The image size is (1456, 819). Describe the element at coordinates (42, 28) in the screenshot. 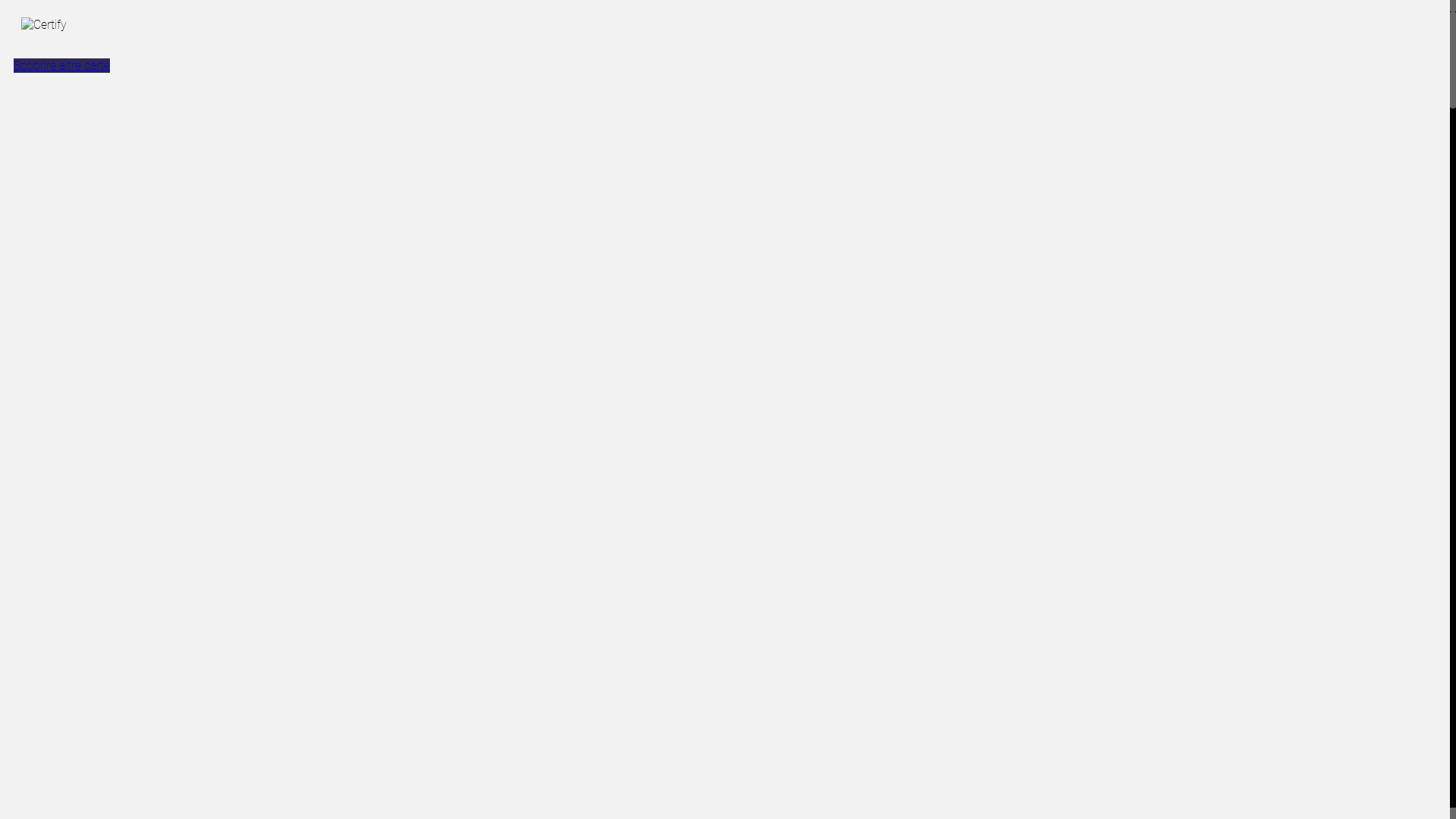

I see `'Certify'` at that location.